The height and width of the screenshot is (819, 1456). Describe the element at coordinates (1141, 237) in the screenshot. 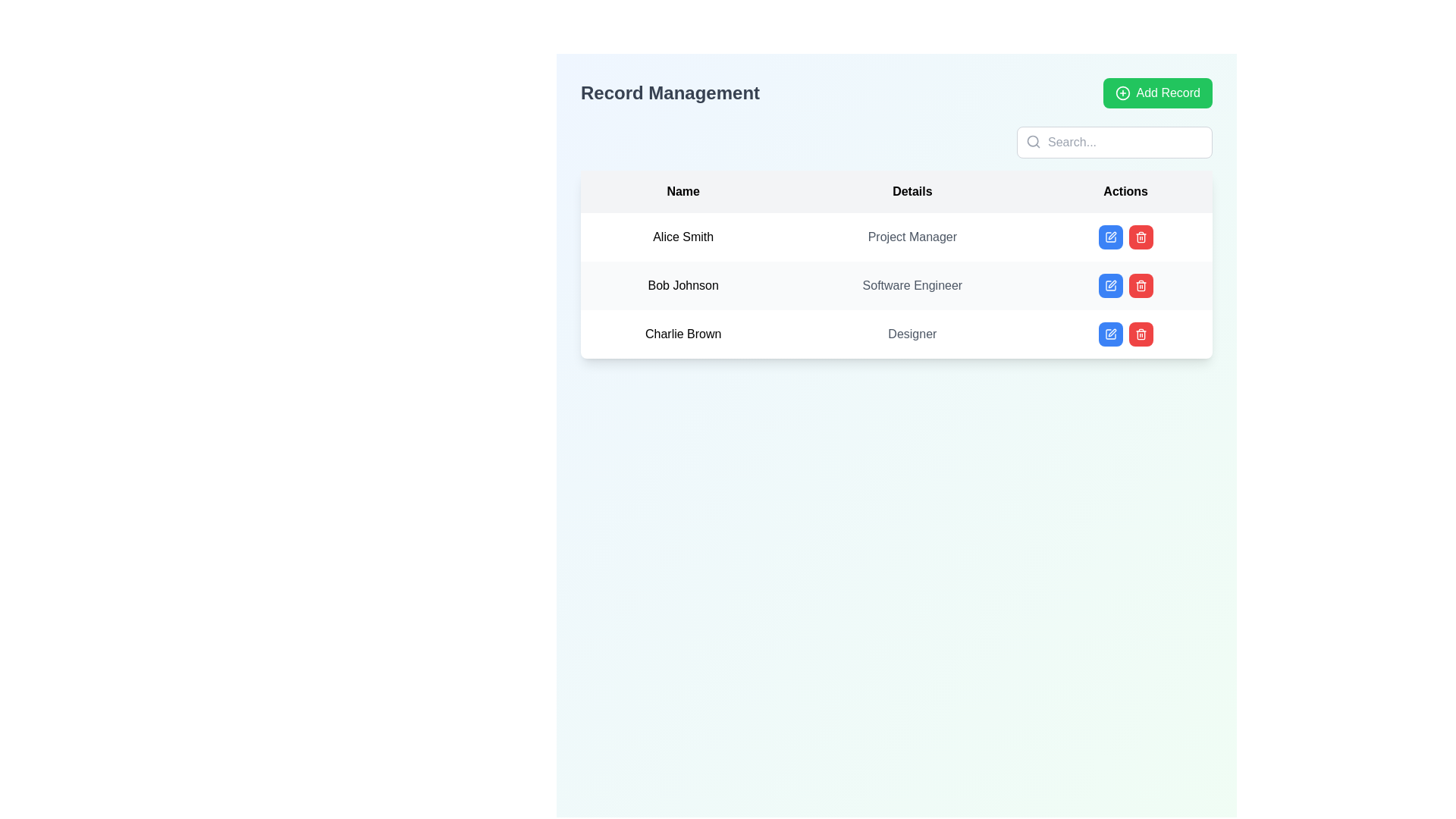

I see `the small red button with a trash can icon in the Actions column of the data table for the 'Alice Smith - Project Manager' record to initiate the delete action` at that location.